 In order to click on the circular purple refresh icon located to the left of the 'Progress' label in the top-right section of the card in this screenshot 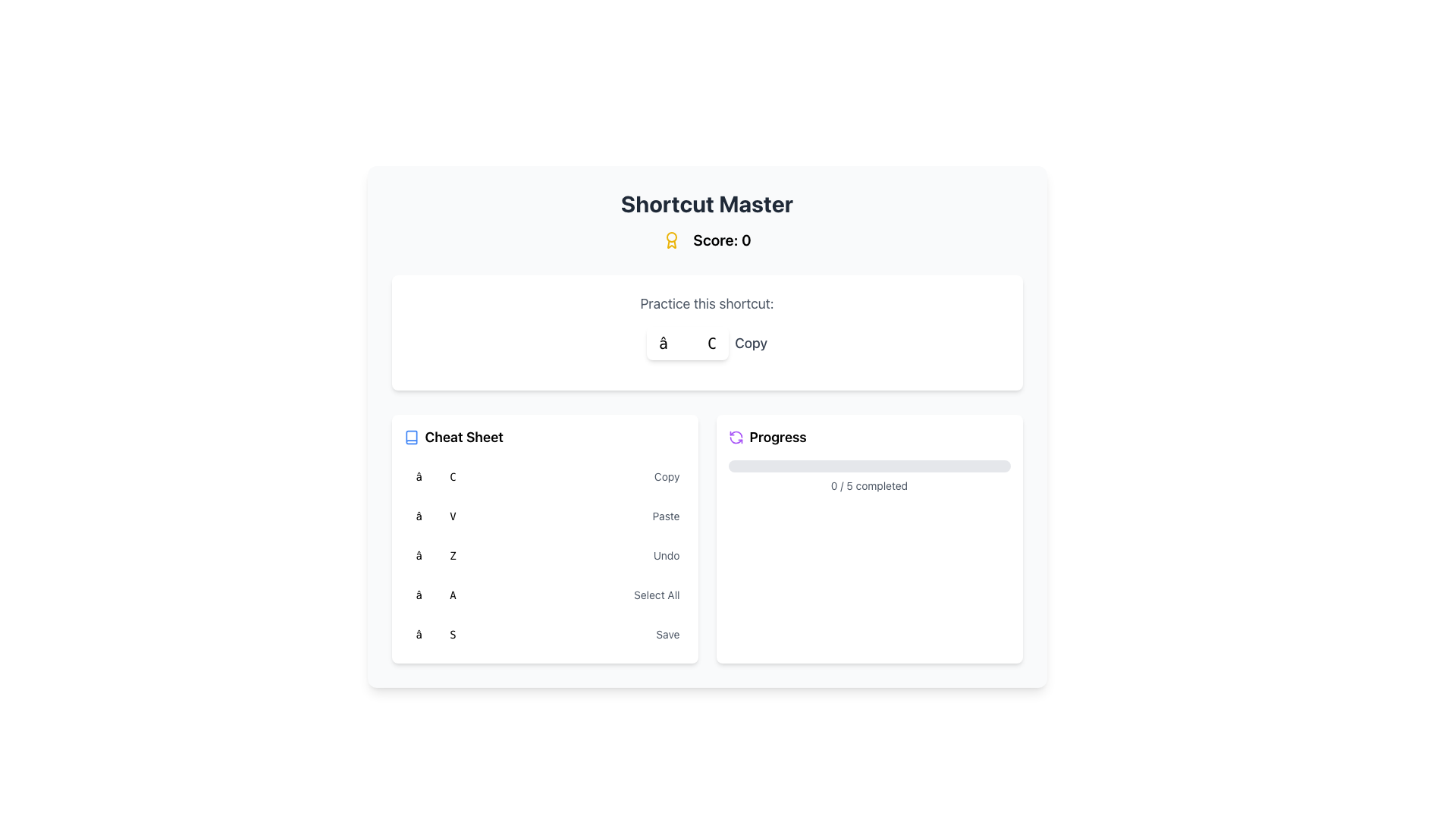, I will do `click(736, 438)`.